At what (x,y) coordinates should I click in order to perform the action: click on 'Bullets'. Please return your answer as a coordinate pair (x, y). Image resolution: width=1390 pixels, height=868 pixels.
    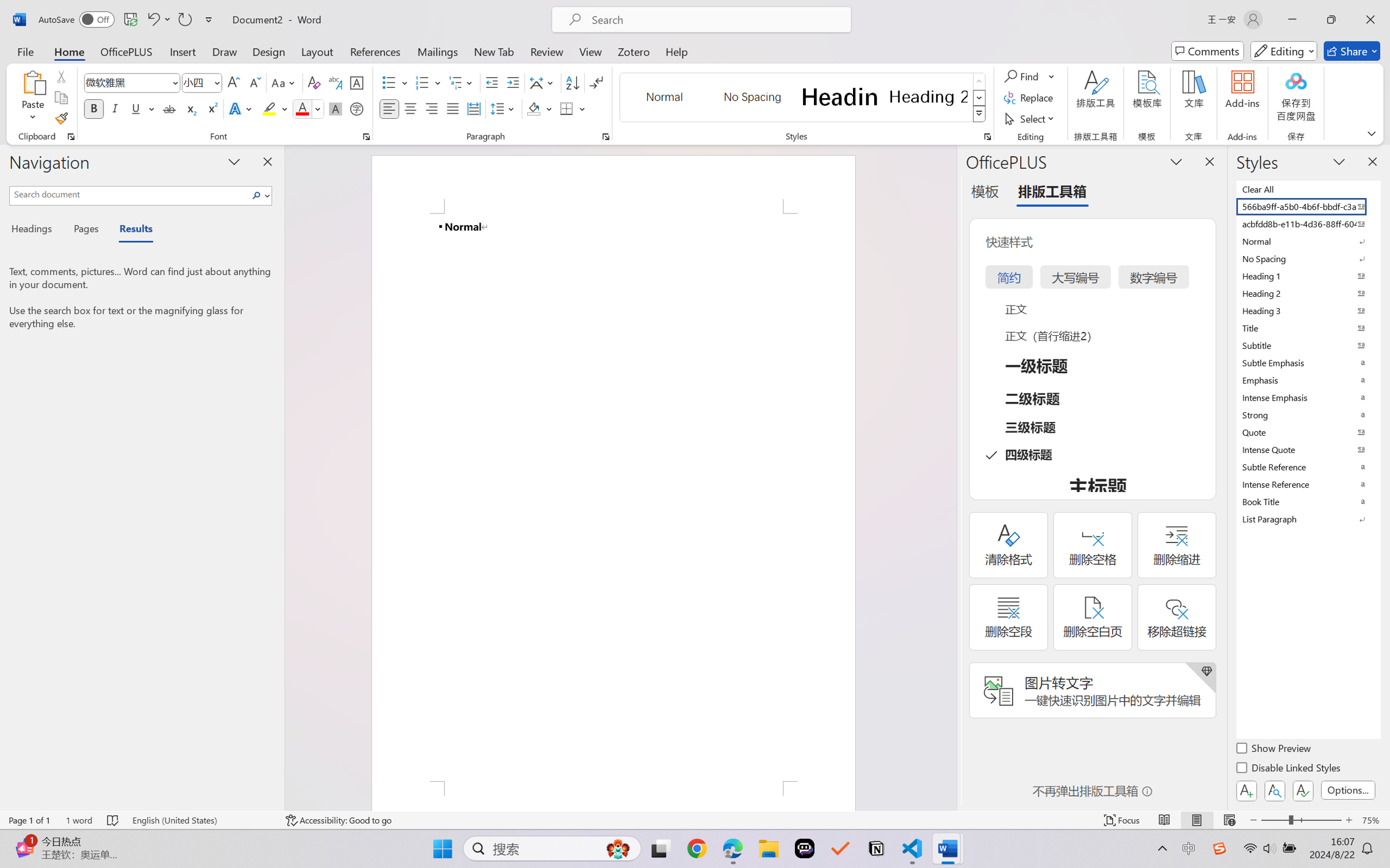
    Looking at the image, I should click on (389, 83).